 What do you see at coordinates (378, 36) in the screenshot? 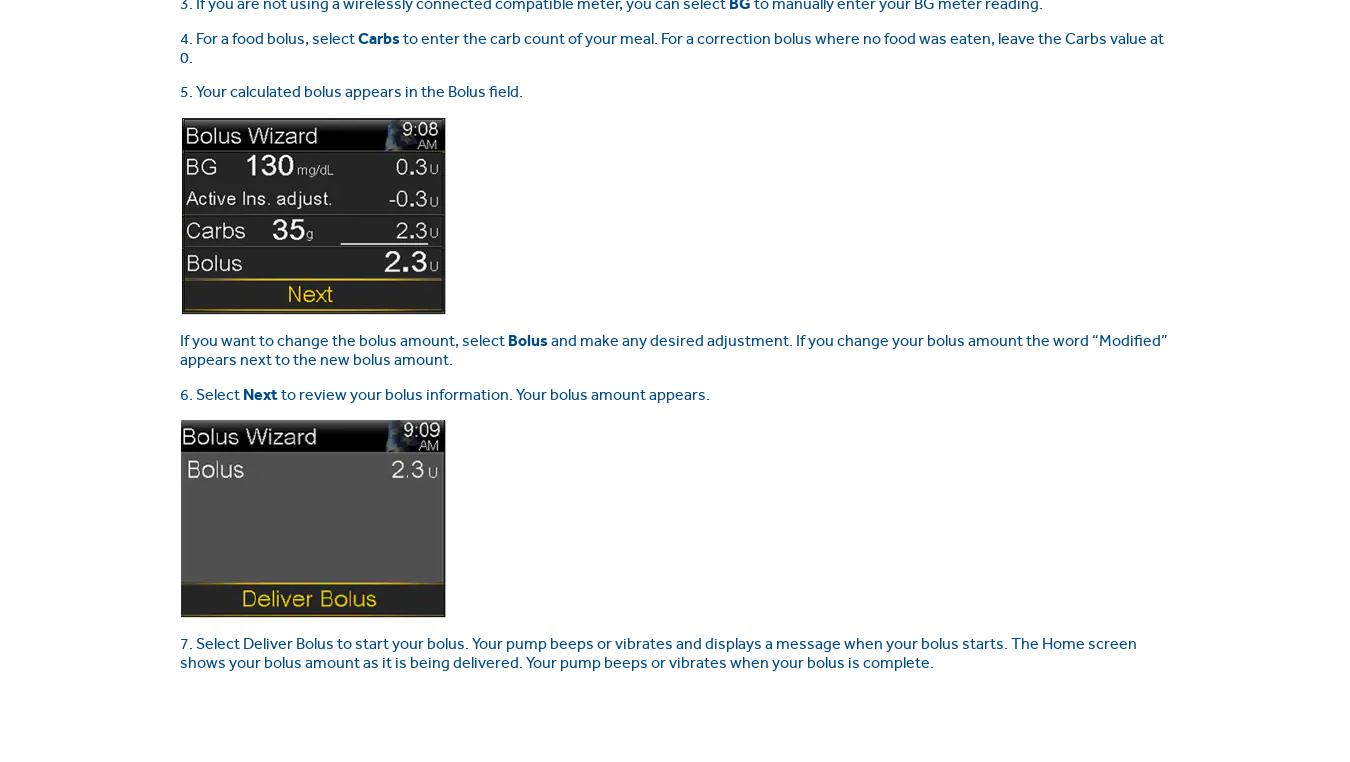
I see `'Carbs'` at bounding box center [378, 36].